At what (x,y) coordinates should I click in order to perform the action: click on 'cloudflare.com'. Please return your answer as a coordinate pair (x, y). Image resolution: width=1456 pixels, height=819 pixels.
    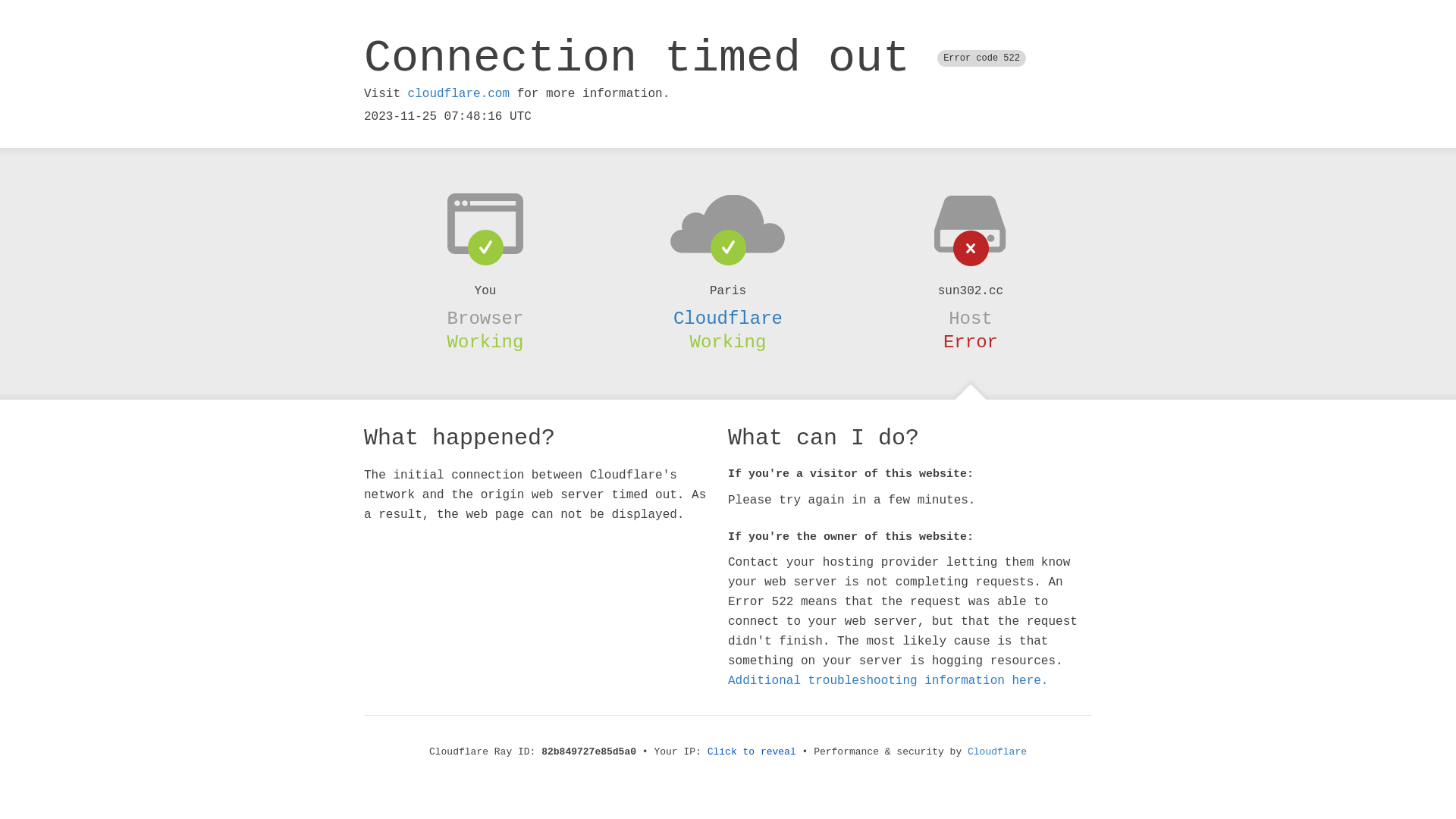
    Looking at the image, I should click on (457, 93).